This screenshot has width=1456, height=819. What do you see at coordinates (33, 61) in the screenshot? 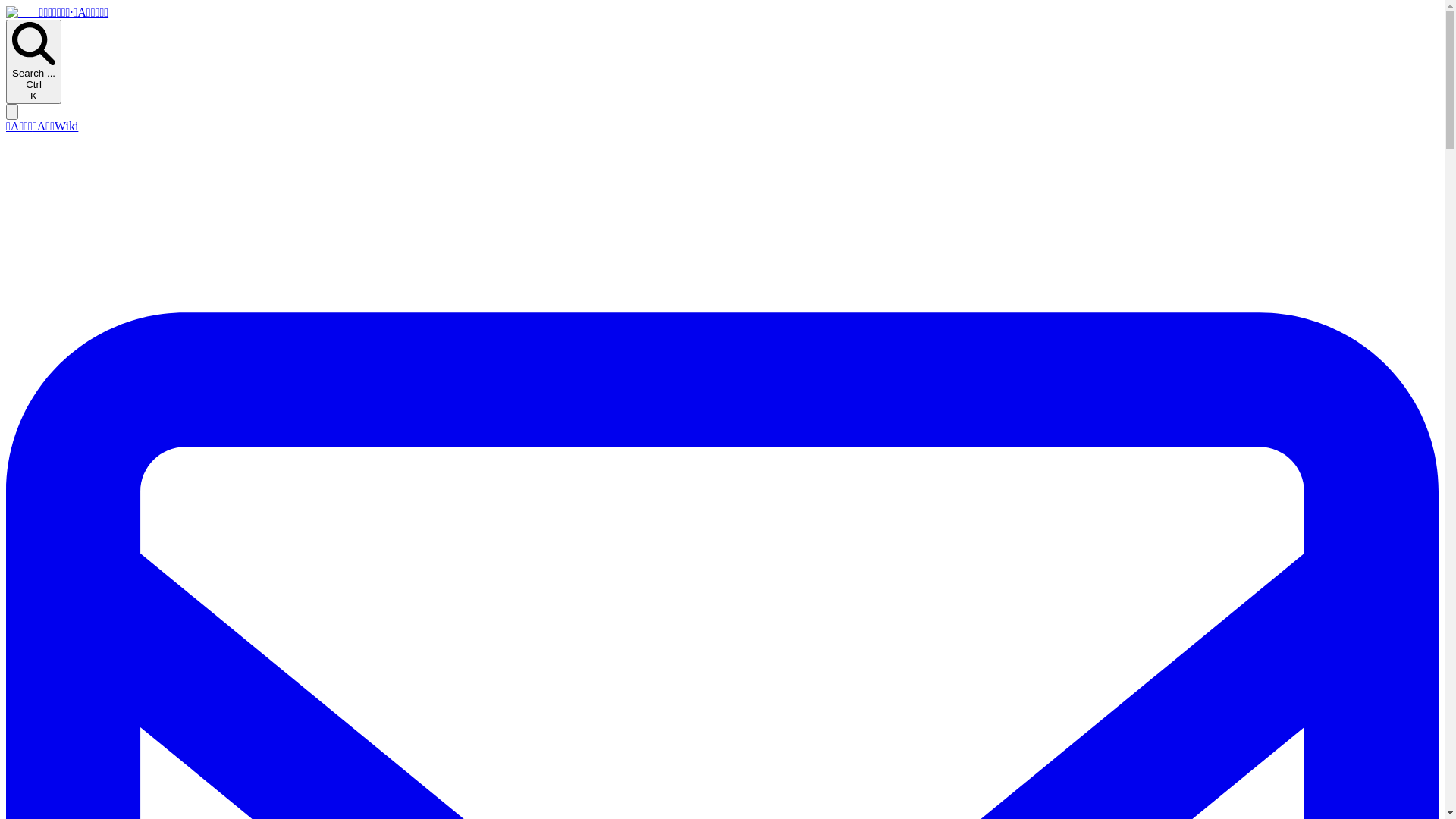
I see `'Search ...` at bounding box center [33, 61].